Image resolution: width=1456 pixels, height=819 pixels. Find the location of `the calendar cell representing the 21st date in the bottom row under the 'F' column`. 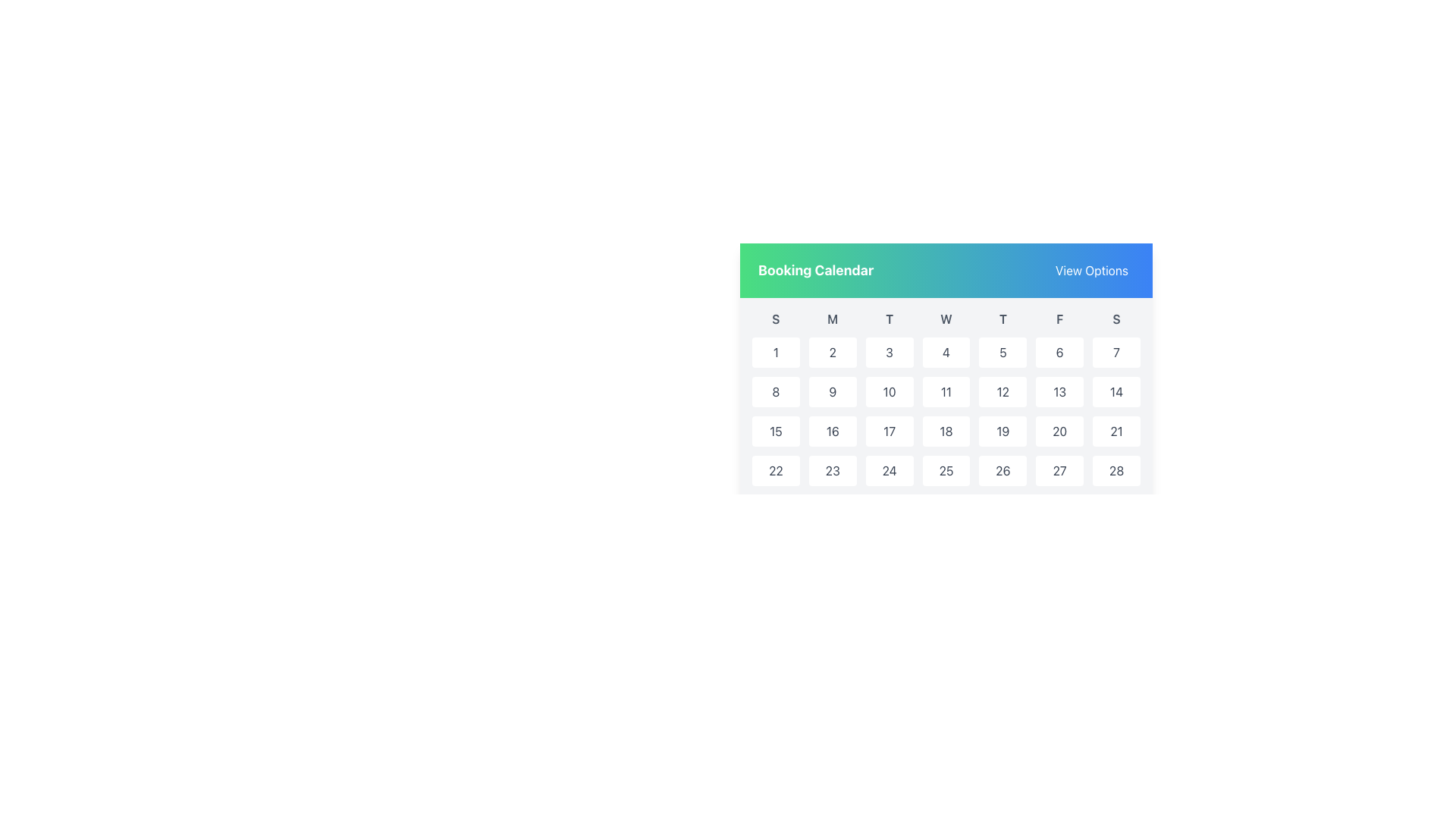

the calendar cell representing the 21st date in the bottom row under the 'F' column is located at coordinates (1116, 431).